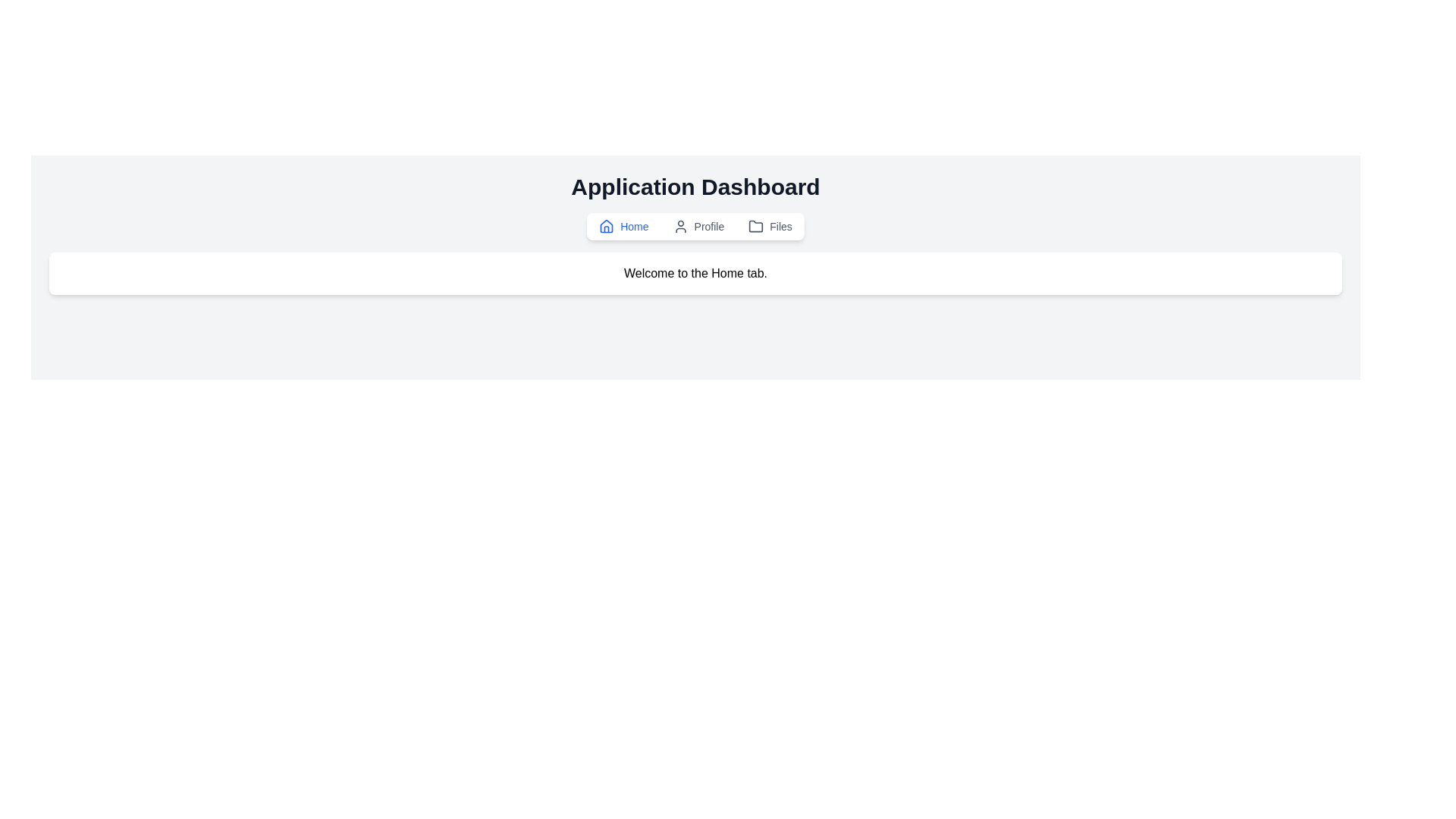  Describe the element at coordinates (756, 227) in the screenshot. I see `the 'Files' folder icon located in the navigation bar section of the application, positioned at the beginning of the 'Files' menu item` at that location.